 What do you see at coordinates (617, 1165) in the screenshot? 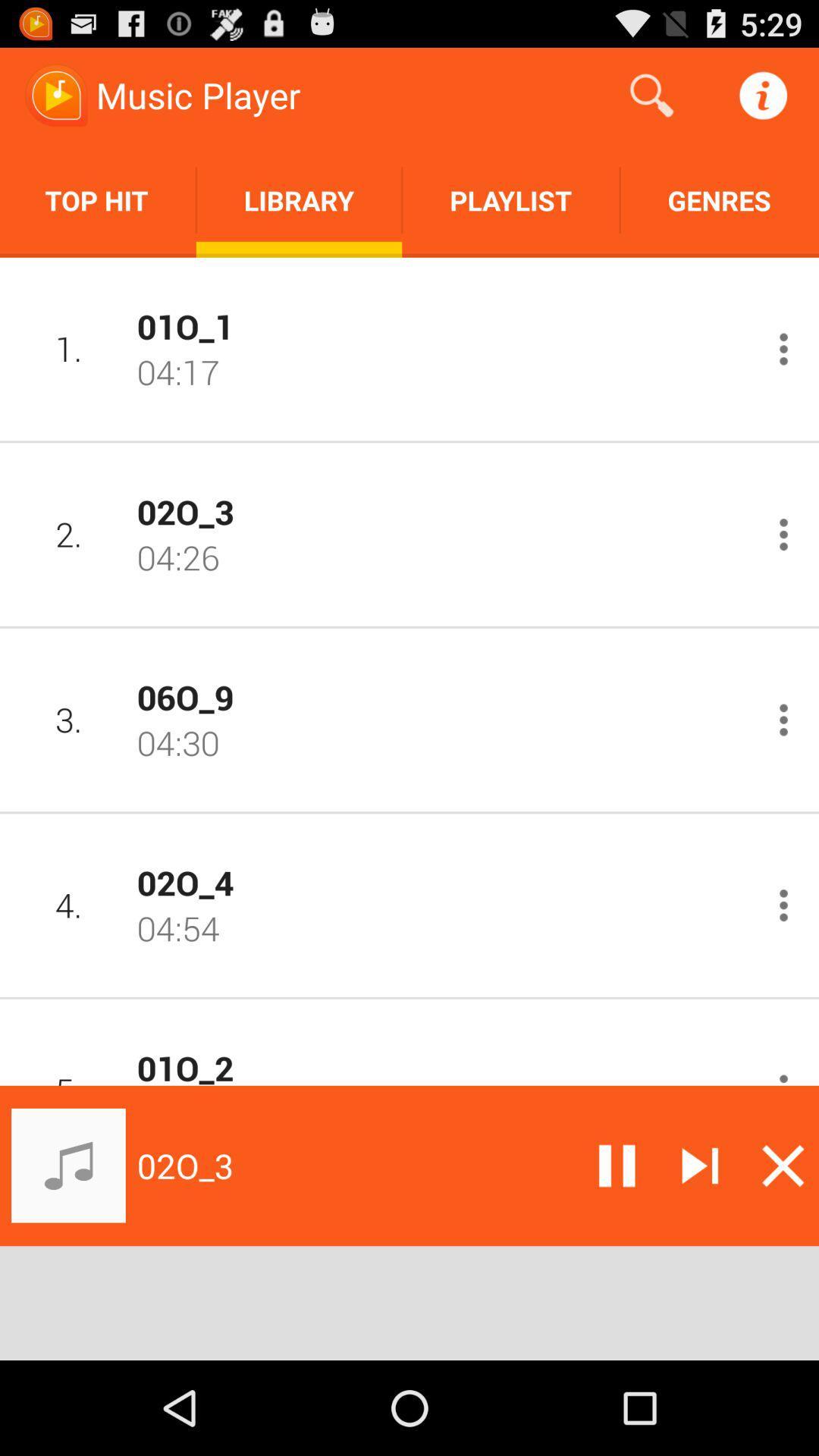
I see `pause song` at bounding box center [617, 1165].